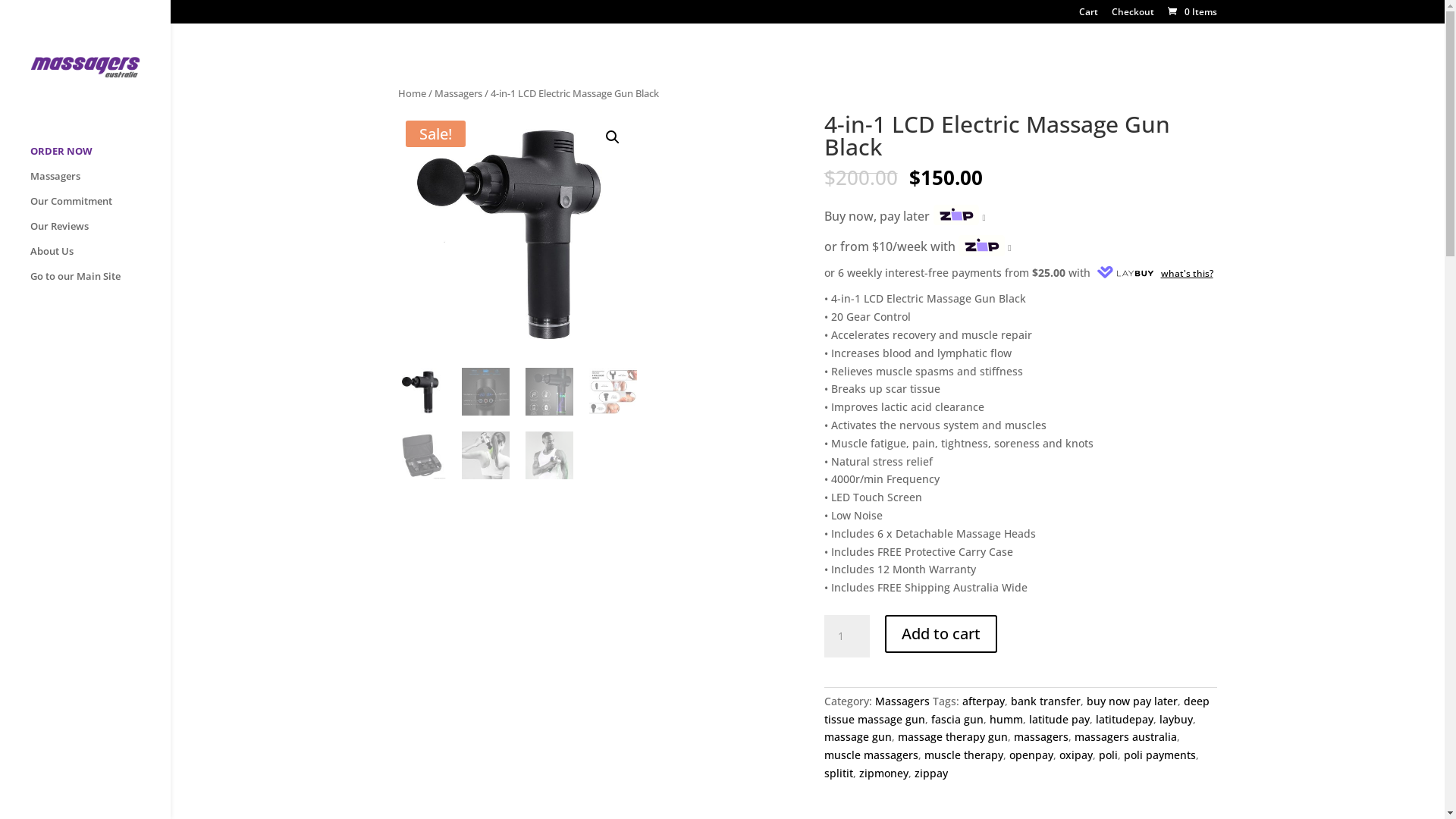 This screenshot has width=1456, height=819. What do you see at coordinates (433, 93) in the screenshot?
I see `'Massagers'` at bounding box center [433, 93].